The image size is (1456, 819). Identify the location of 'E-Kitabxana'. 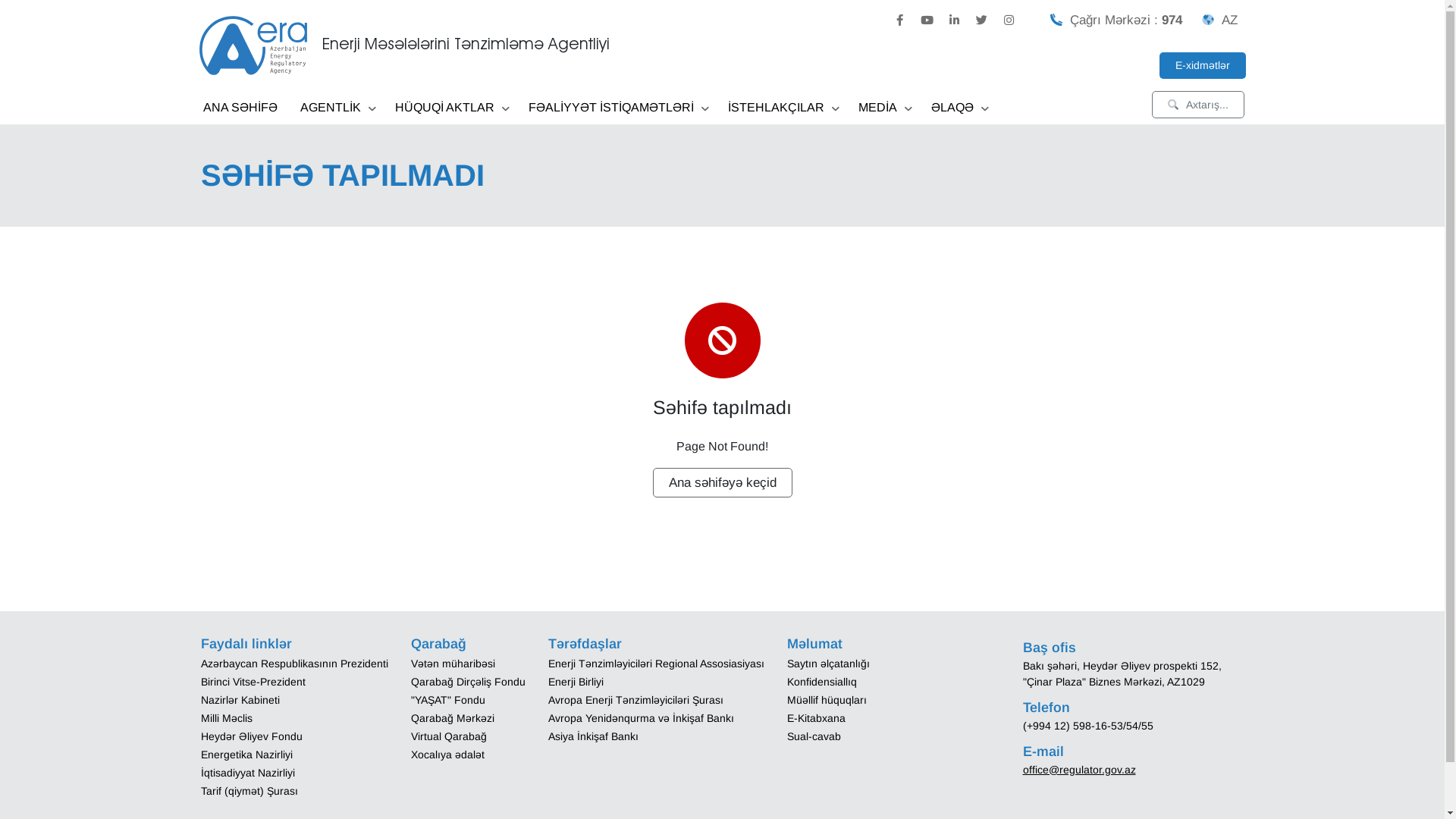
(815, 717).